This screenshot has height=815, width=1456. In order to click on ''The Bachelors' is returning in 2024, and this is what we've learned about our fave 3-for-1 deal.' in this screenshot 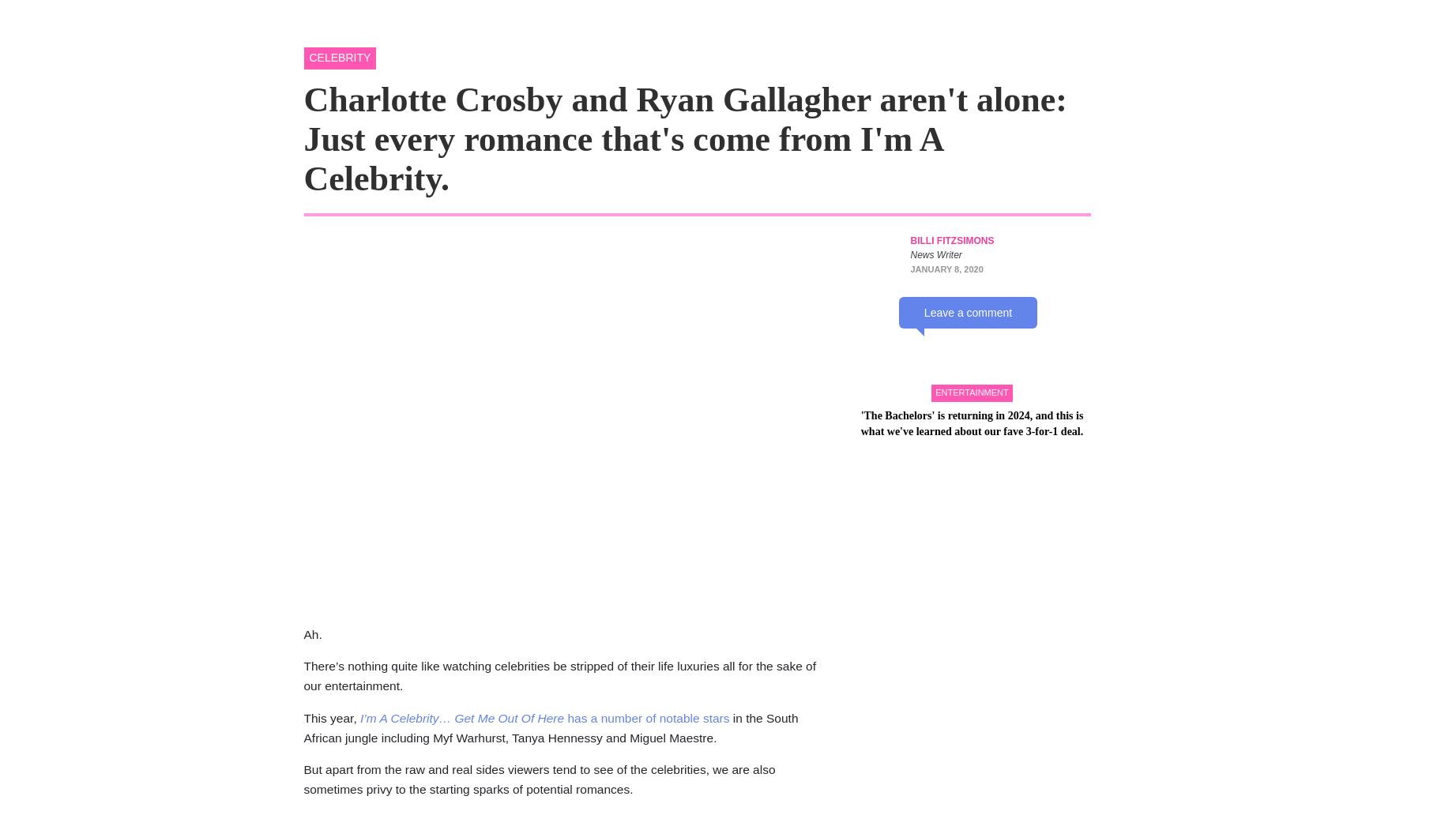, I will do `click(972, 561)`.